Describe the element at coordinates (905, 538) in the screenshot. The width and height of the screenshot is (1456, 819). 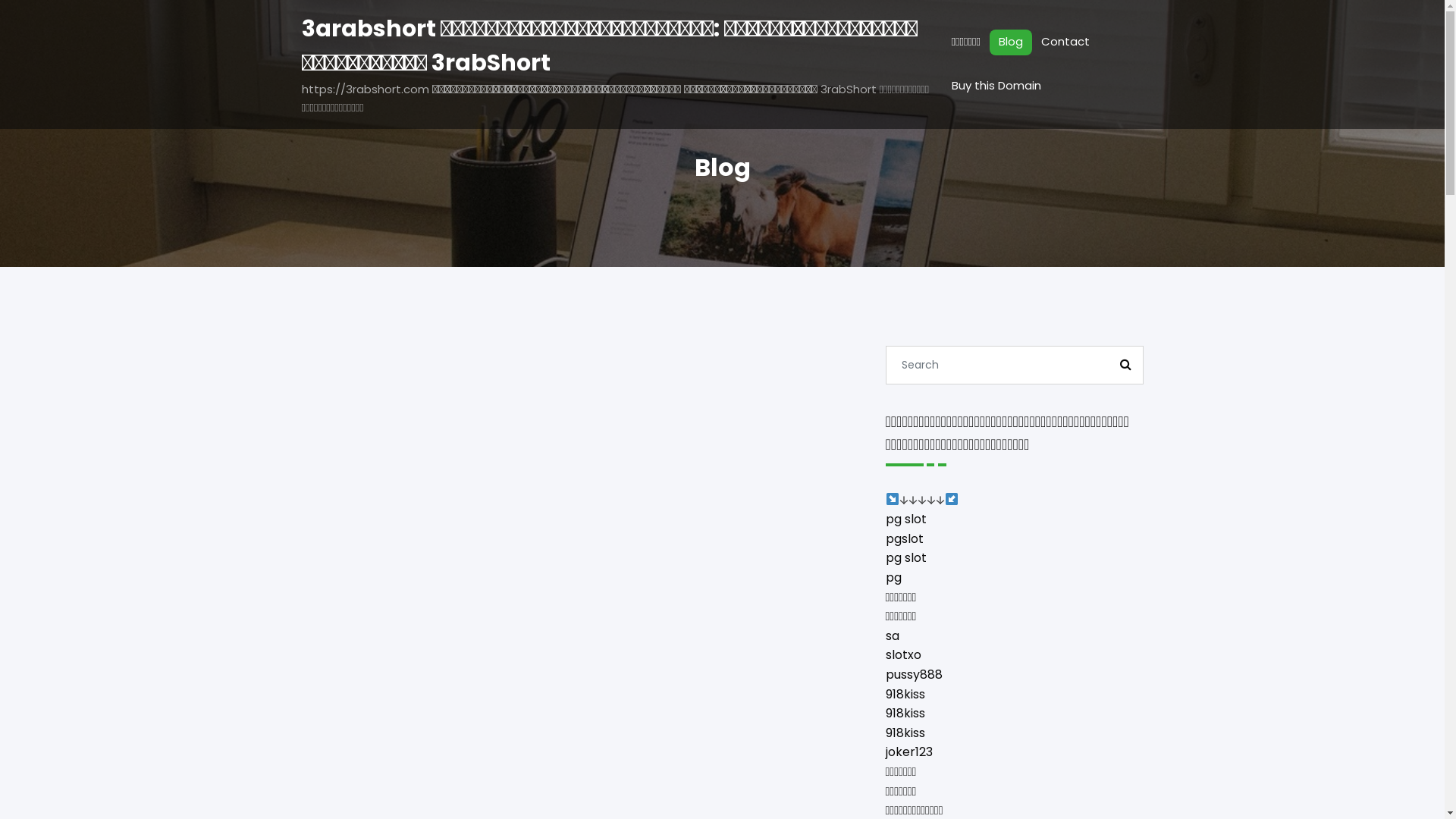
I see `'pgslot'` at that location.